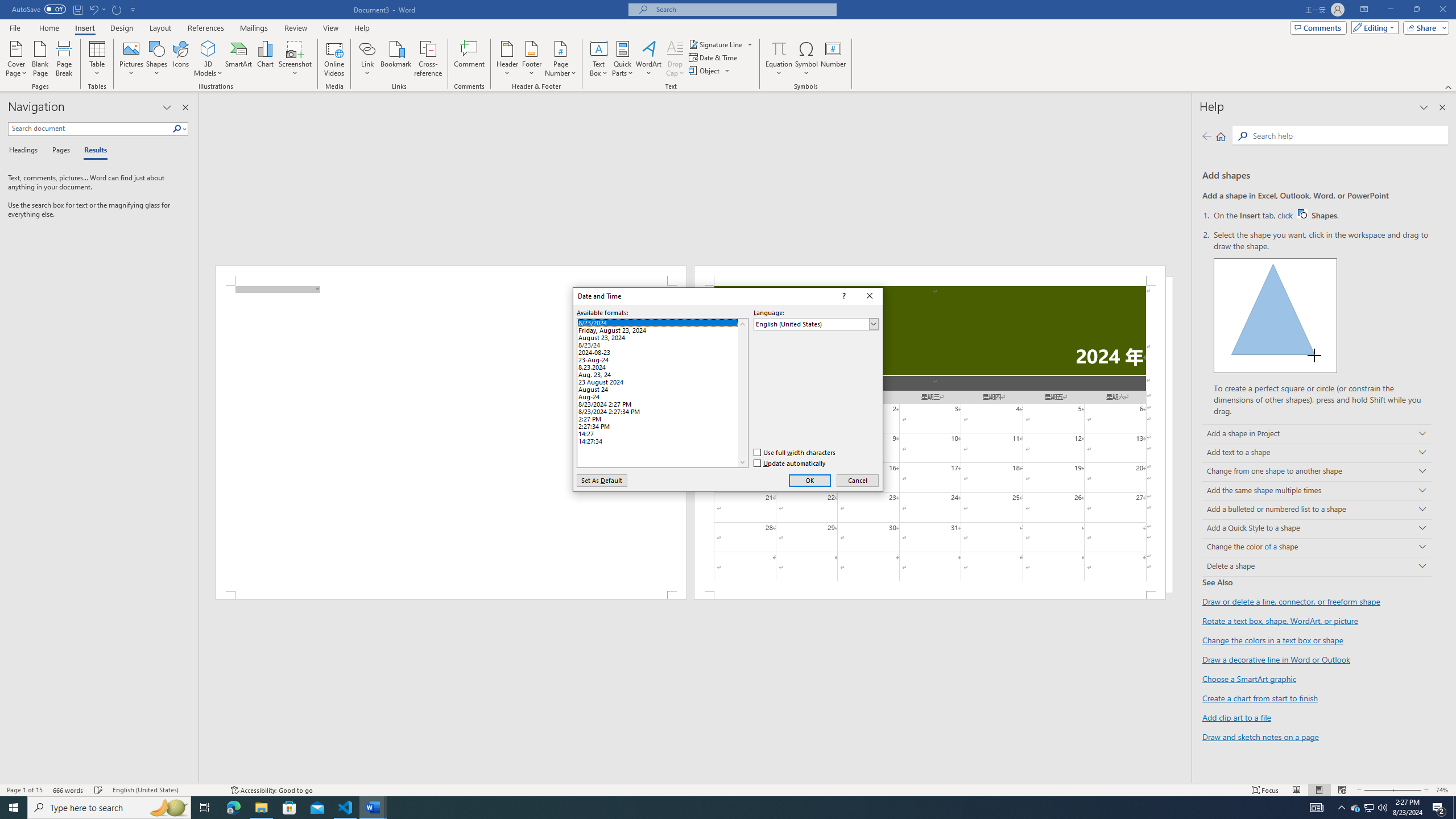  Describe the element at coordinates (598, 59) in the screenshot. I see `'Text Box'` at that location.